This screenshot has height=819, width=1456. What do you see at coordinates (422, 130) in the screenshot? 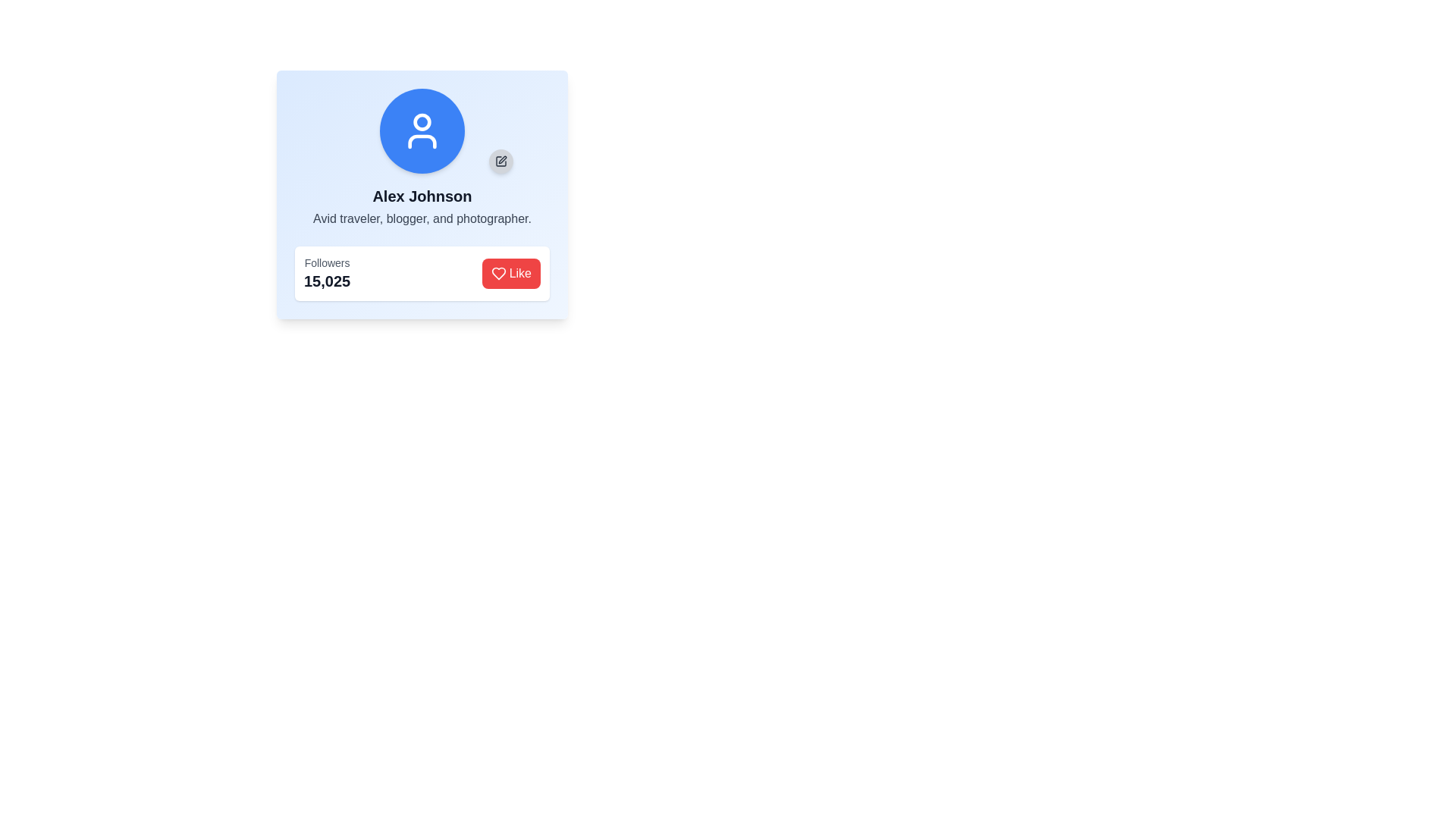
I see `the circular blue icon with a white user silhouette, which is centered above the username 'Alex Johnson'` at bounding box center [422, 130].